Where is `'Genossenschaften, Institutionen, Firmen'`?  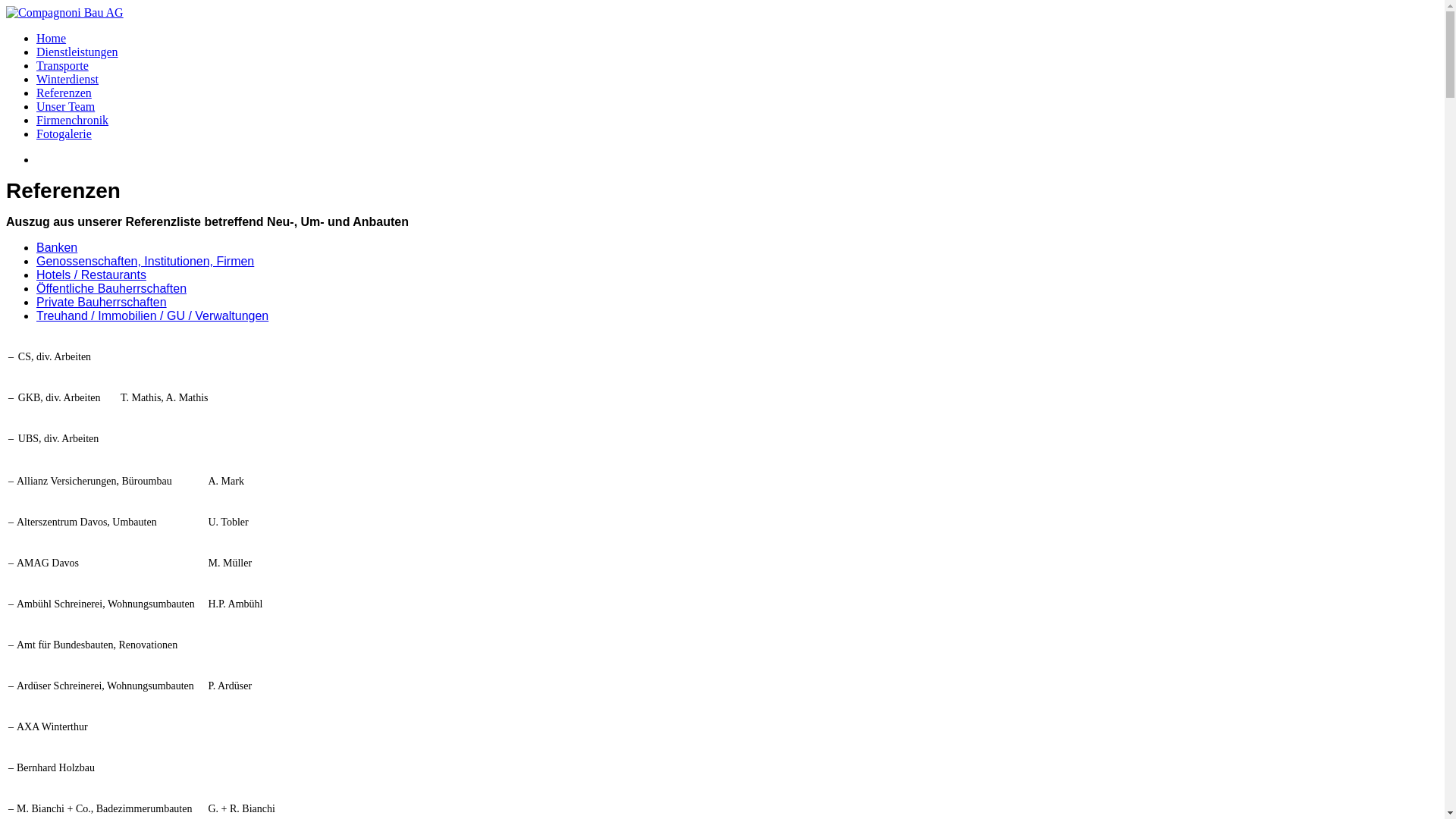 'Genossenschaften, Institutionen, Firmen' is located at coordinates (145, 260).